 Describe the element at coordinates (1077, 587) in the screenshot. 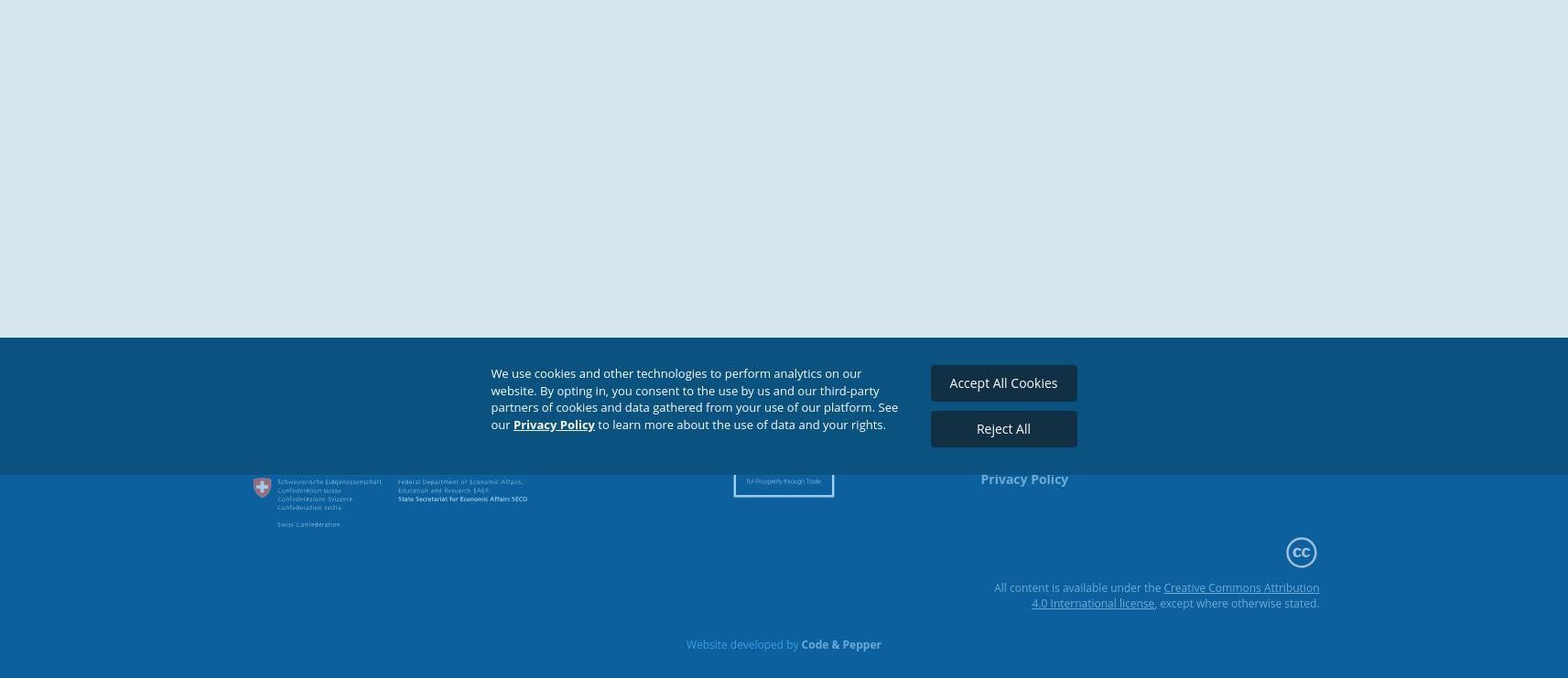

I see `'All content is available under the'` at that location.